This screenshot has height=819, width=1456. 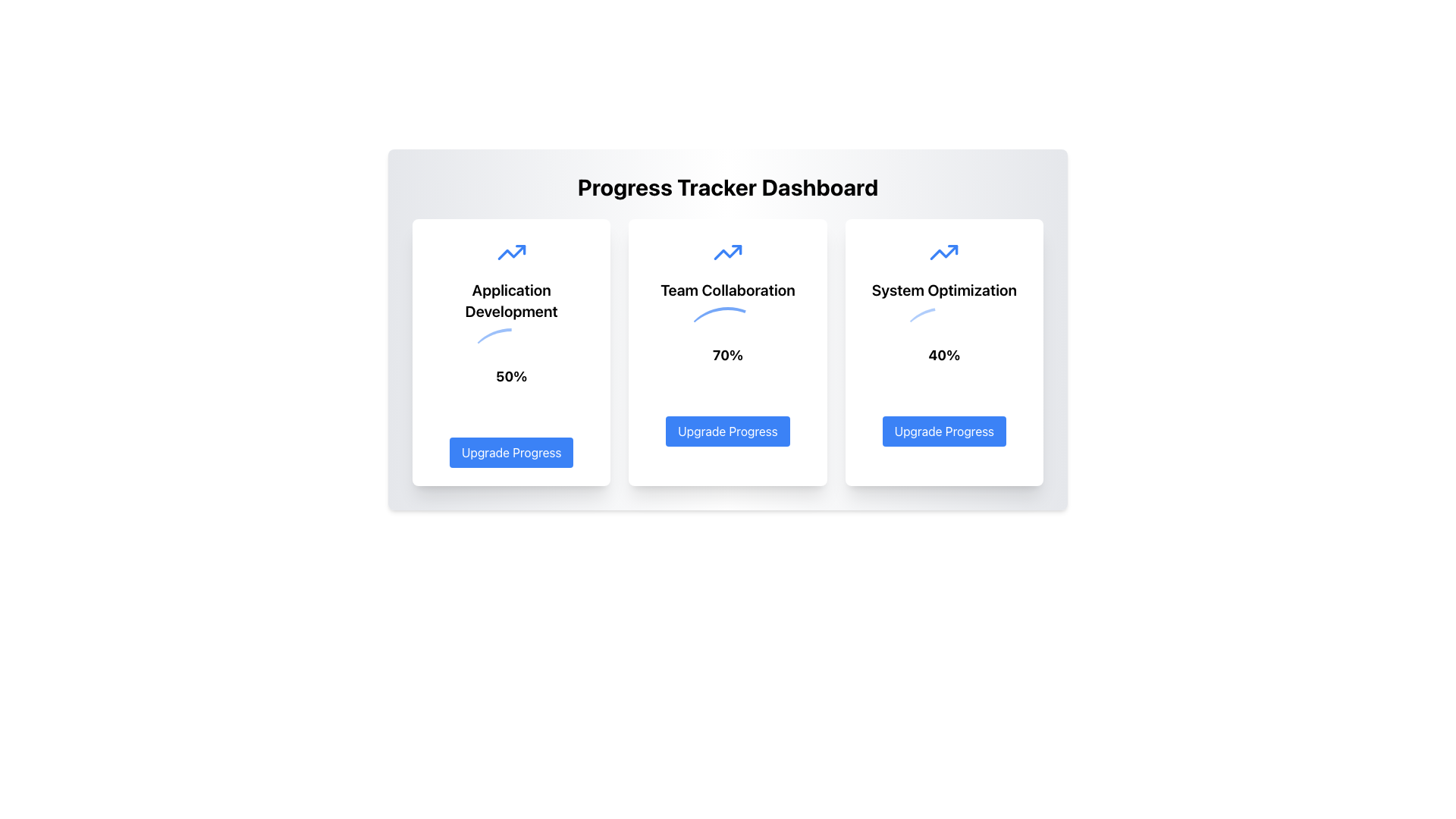 What do you see at coordinates (943, 353) in the screenshot?
I see `percentage value and status information from the 'System Optimization' Status Card Widget, which is the third widget in a three-column layout on the dashboard` at bounding box center [943, 353].